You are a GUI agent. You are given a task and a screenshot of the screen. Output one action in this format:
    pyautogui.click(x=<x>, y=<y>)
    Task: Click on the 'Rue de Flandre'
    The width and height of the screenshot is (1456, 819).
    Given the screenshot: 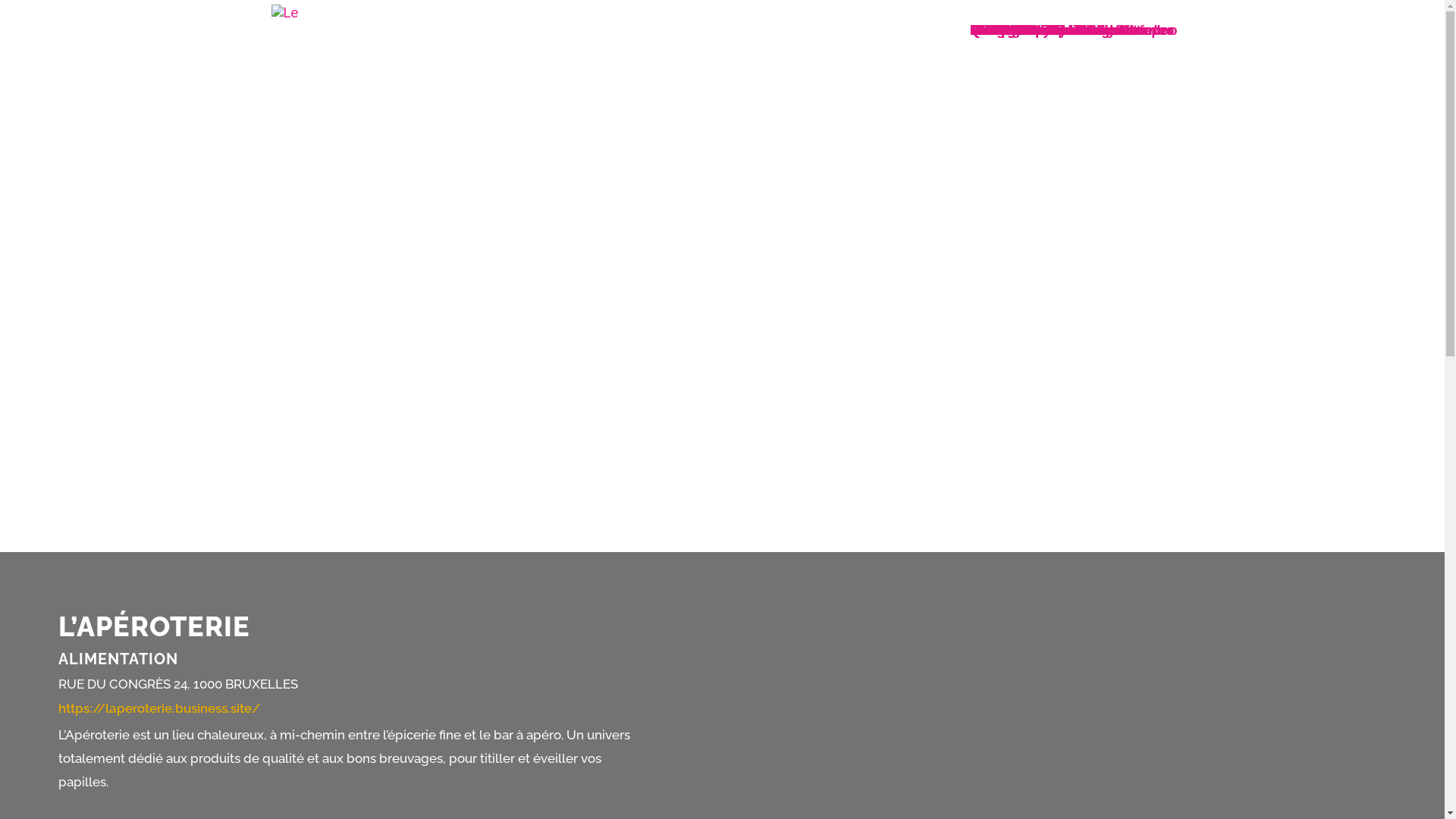 What is the action you would take?
    pyautogui.click(x=1019, y=30)
    